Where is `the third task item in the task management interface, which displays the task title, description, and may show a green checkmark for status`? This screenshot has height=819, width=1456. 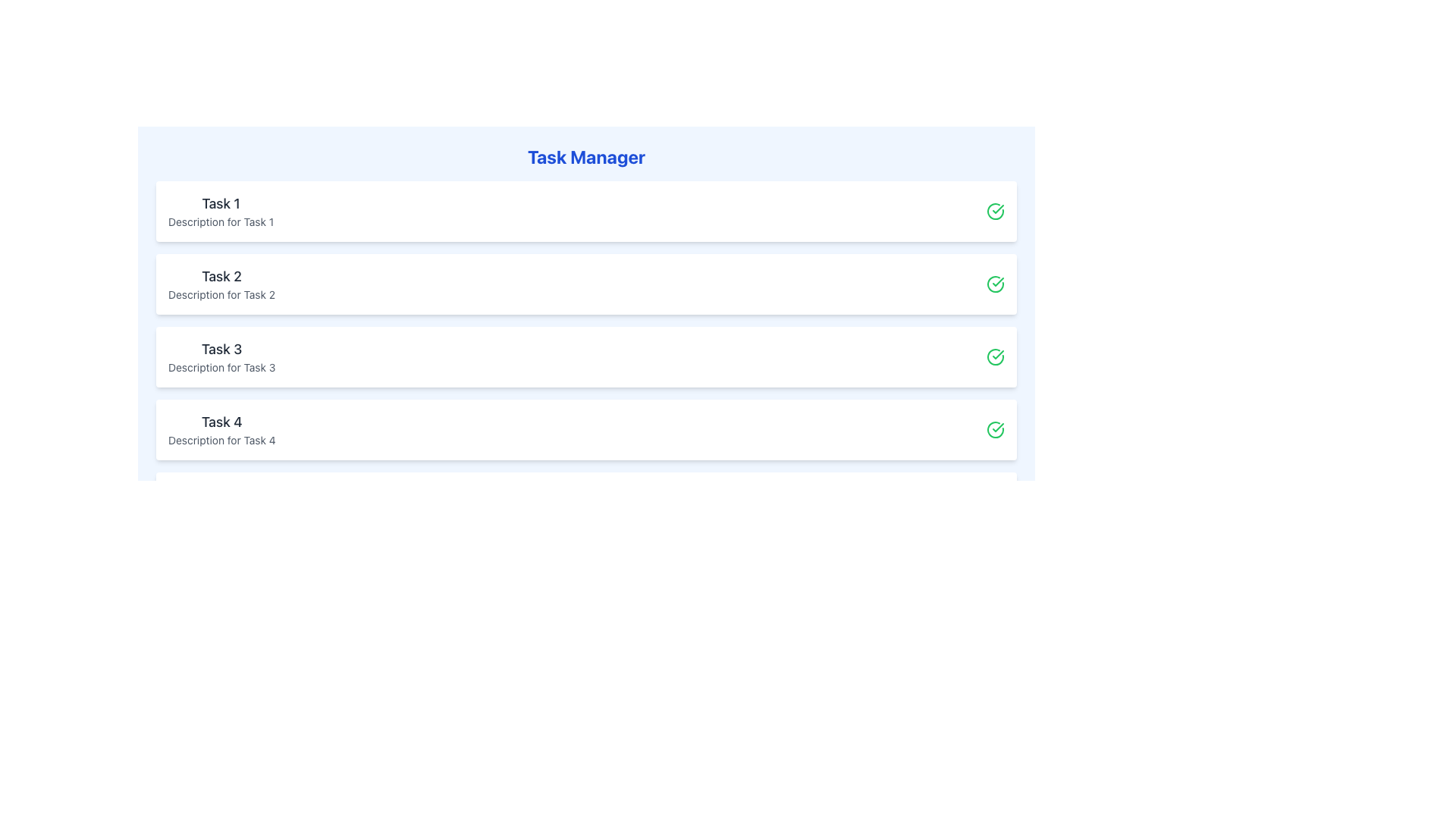 the third task item in the task management interface, which displays the task title, description, and may show a green checkmark for status is located at coordinates (585, 356).